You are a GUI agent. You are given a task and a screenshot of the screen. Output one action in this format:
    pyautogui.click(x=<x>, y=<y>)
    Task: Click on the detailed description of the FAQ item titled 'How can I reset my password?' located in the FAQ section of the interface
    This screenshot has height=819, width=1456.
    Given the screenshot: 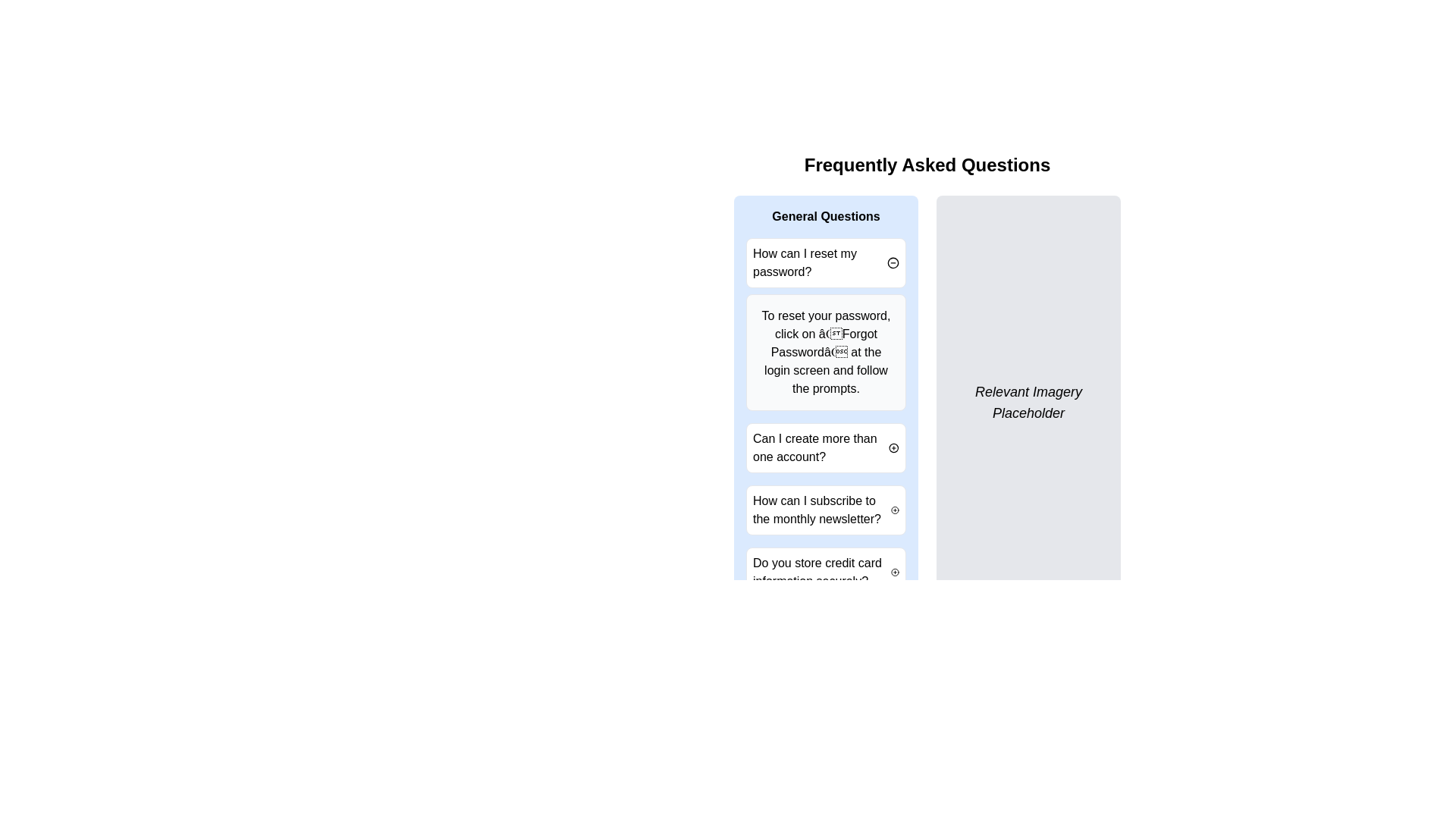 What is the action you would take?
    pyautogui.click(x=825, y=324)
    